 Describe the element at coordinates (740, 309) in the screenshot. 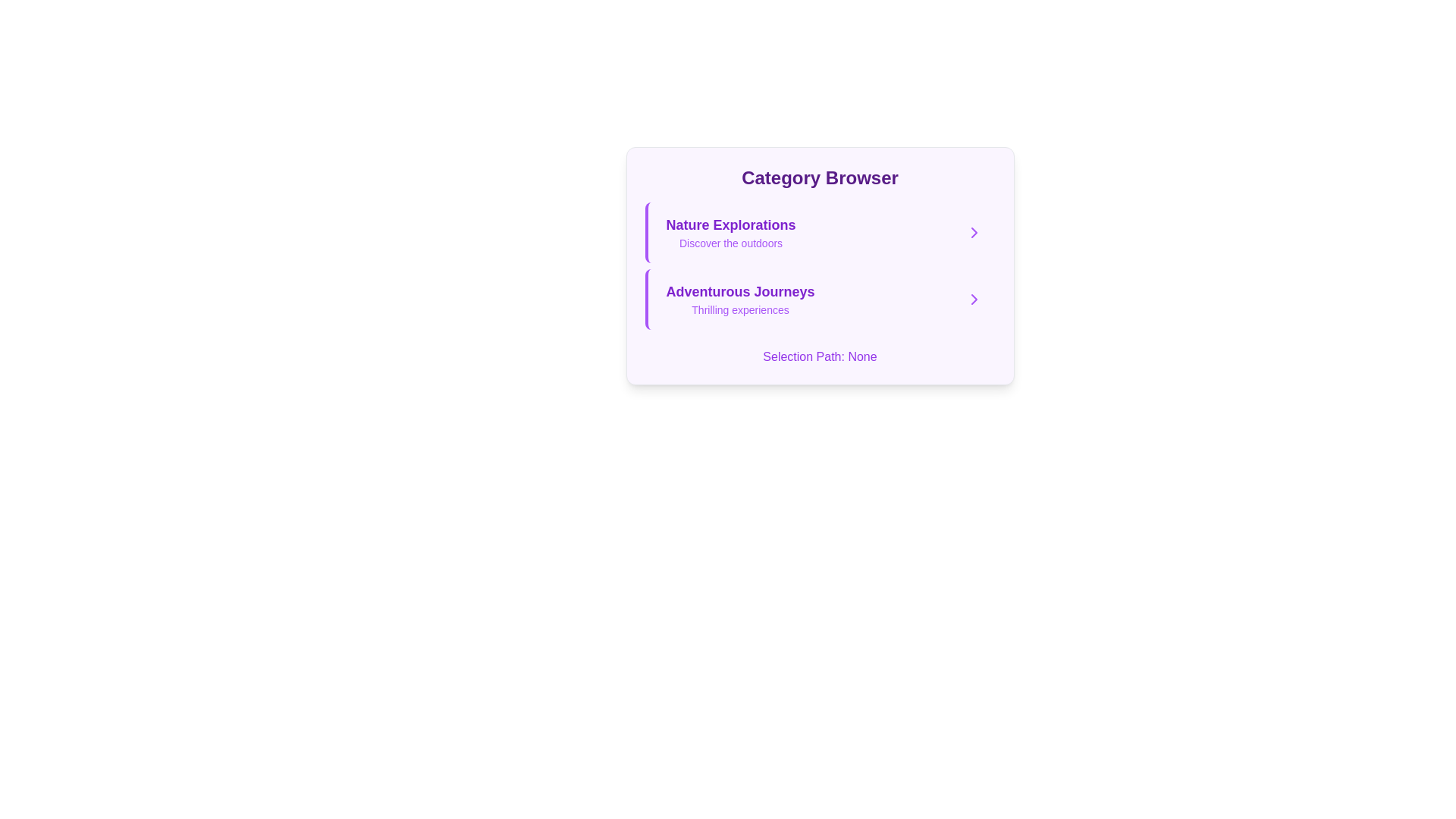

I see `the text label that provides additional details about 'Adventurous Journeys', located directly below the main category title within the 'Category Browser' card` at that location.